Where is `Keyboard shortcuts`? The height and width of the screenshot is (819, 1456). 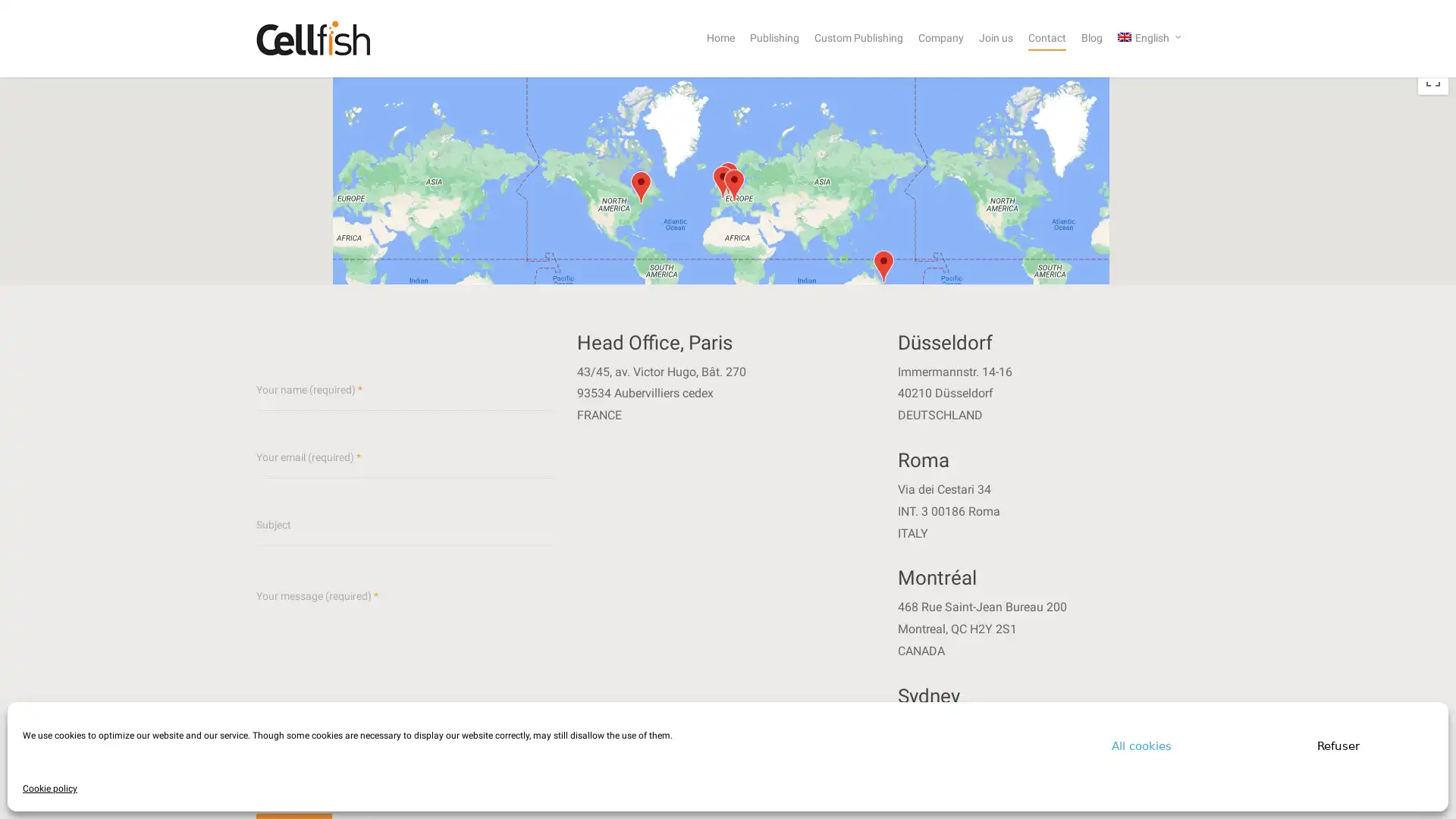
Keyboard shortcuts is located at coordinates (1299, 330).